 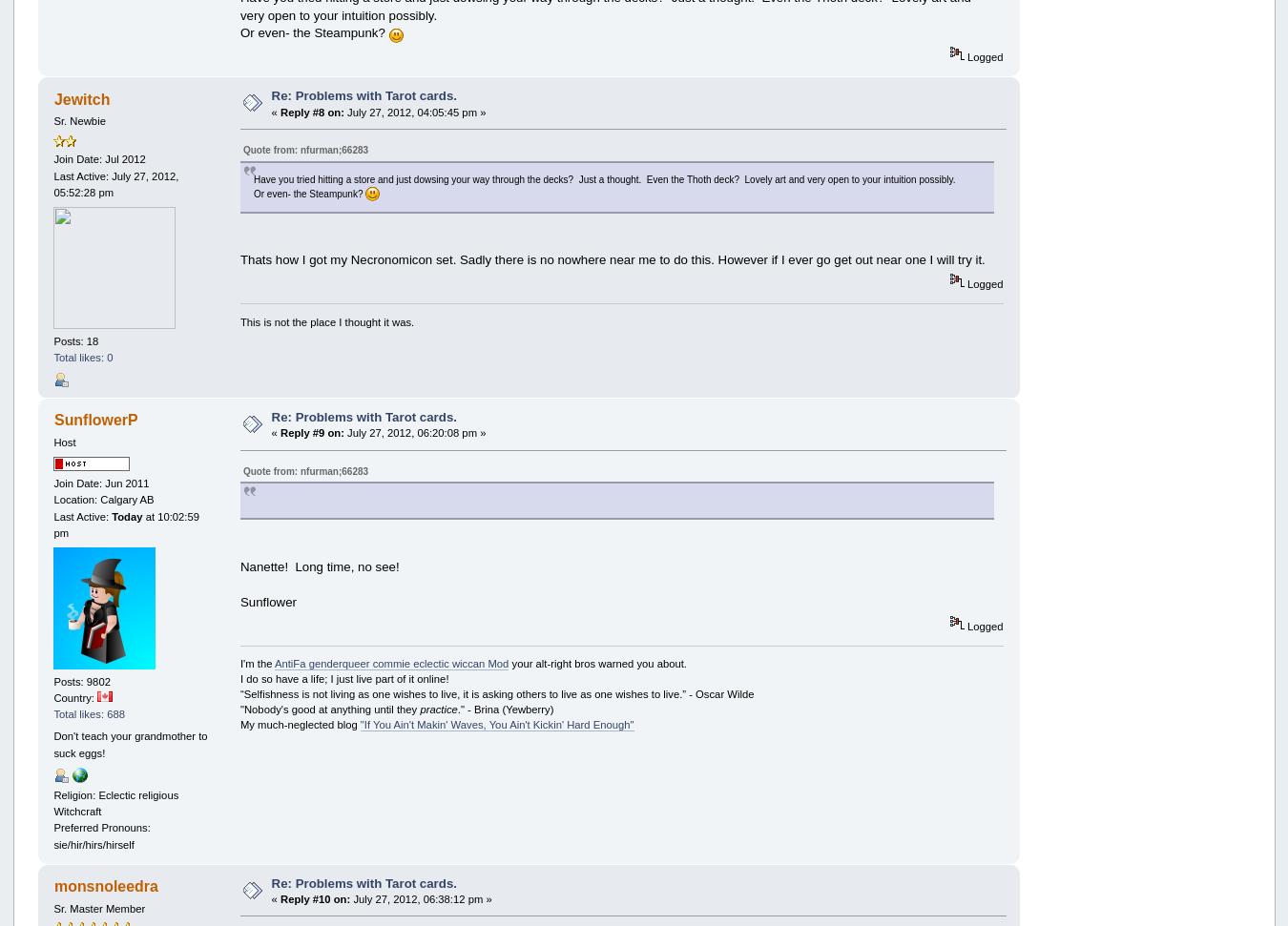 I want to click on 'Reply #9 on:', so click(x=280, y=433).